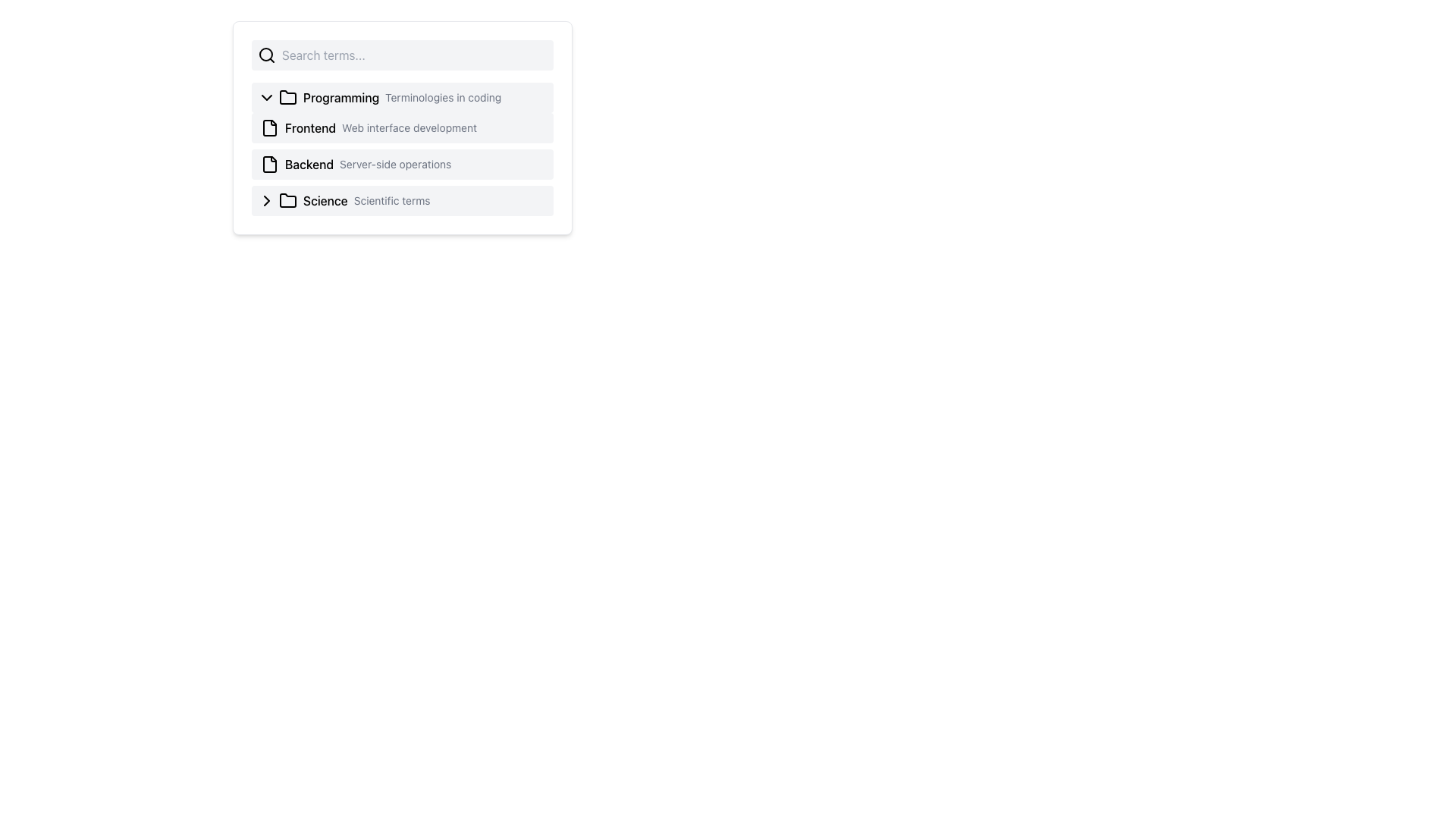 Image resolution: width=1456 pixels, height=819 pixels. I want to click on to select the first list item under the 'Programming' category, which displays a document icon and the text 'Frontend' in bold, followed by 'Web interface development', so click(403, 127).